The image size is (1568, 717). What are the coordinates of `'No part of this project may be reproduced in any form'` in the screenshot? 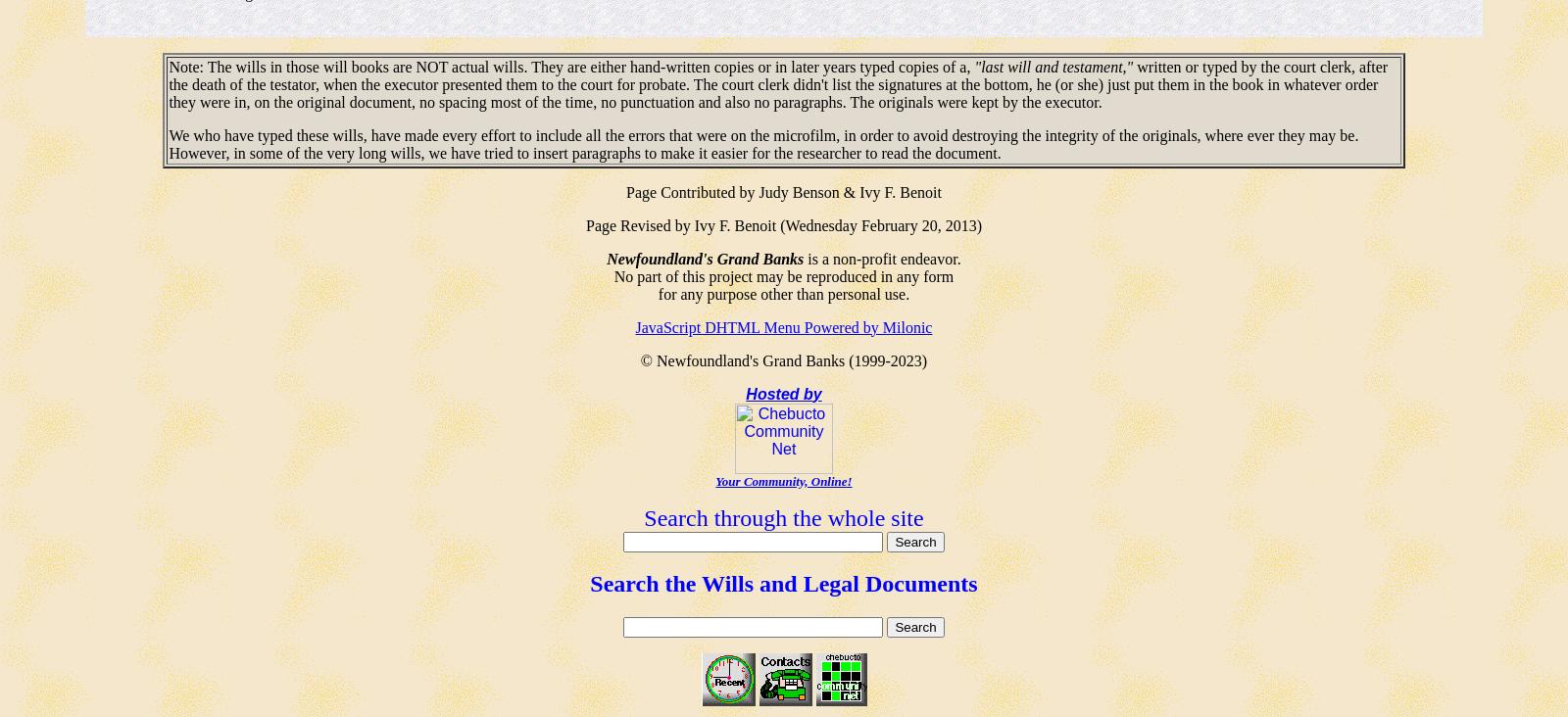 It's located at (783, 275).